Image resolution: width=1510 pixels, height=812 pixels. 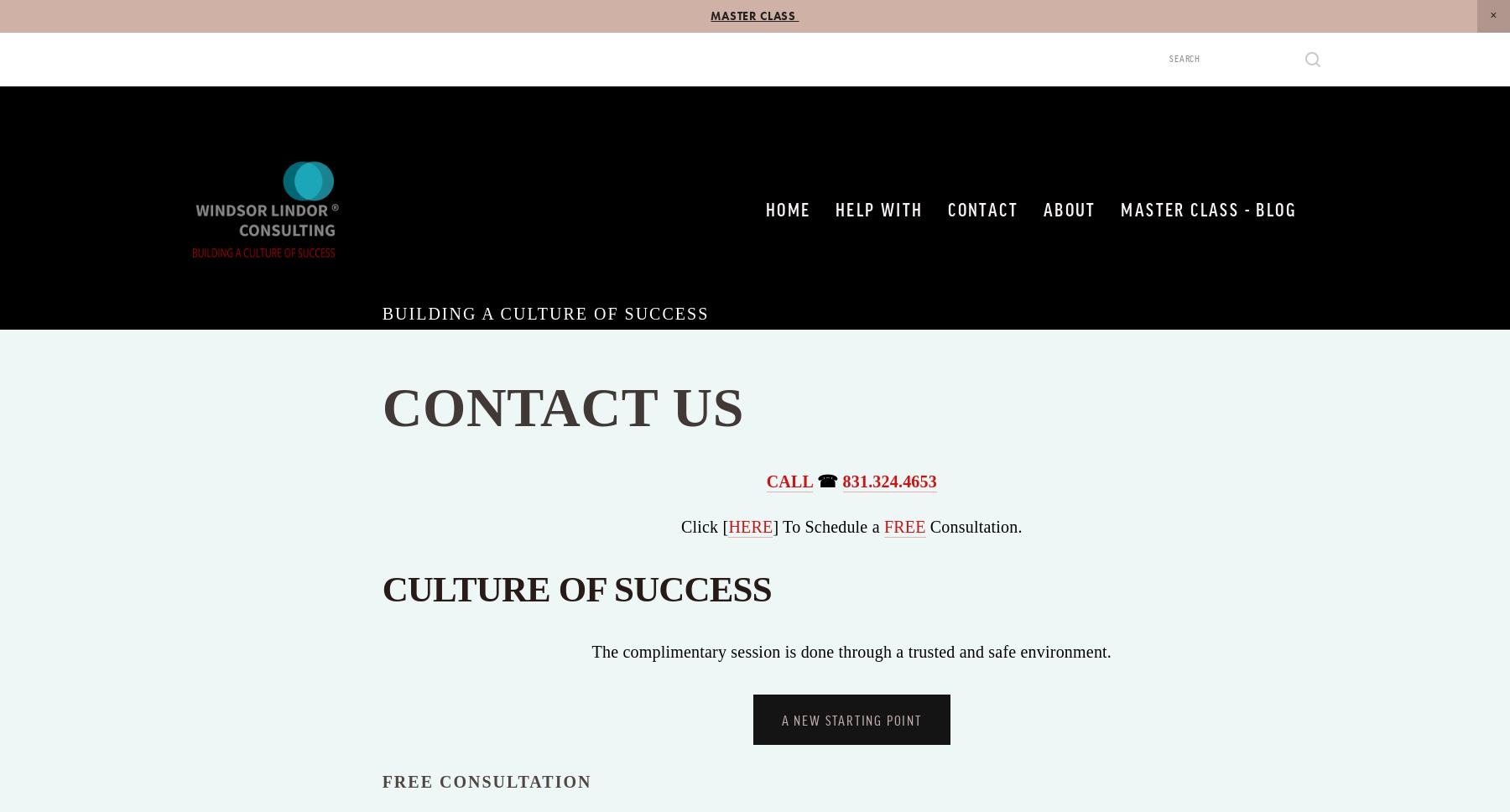 I want to click on '831.324.4653', so click(x=889, y=481).